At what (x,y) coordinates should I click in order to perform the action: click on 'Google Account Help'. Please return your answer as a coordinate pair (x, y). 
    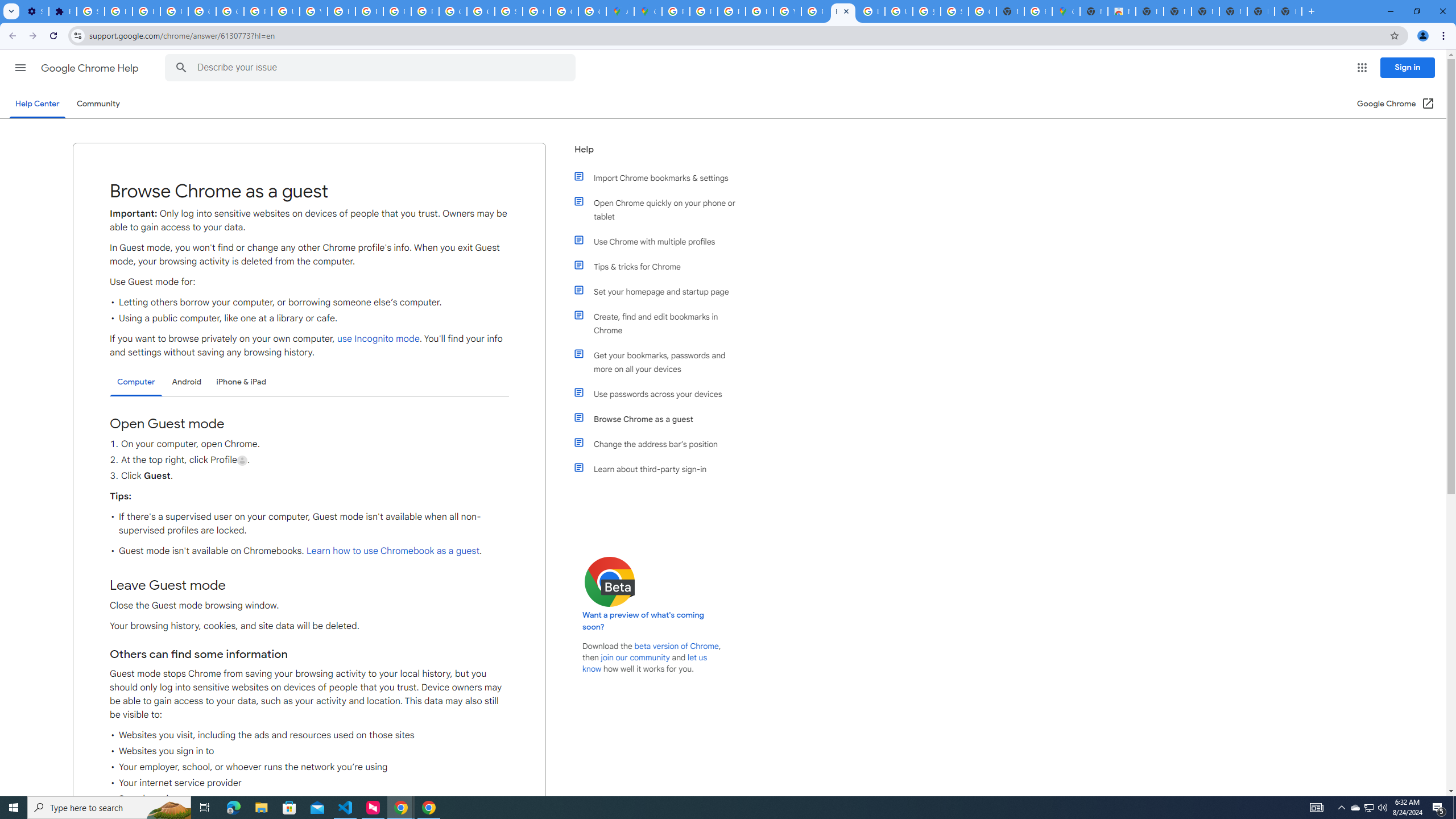
    Looking at the image, I should click on (201, 11).